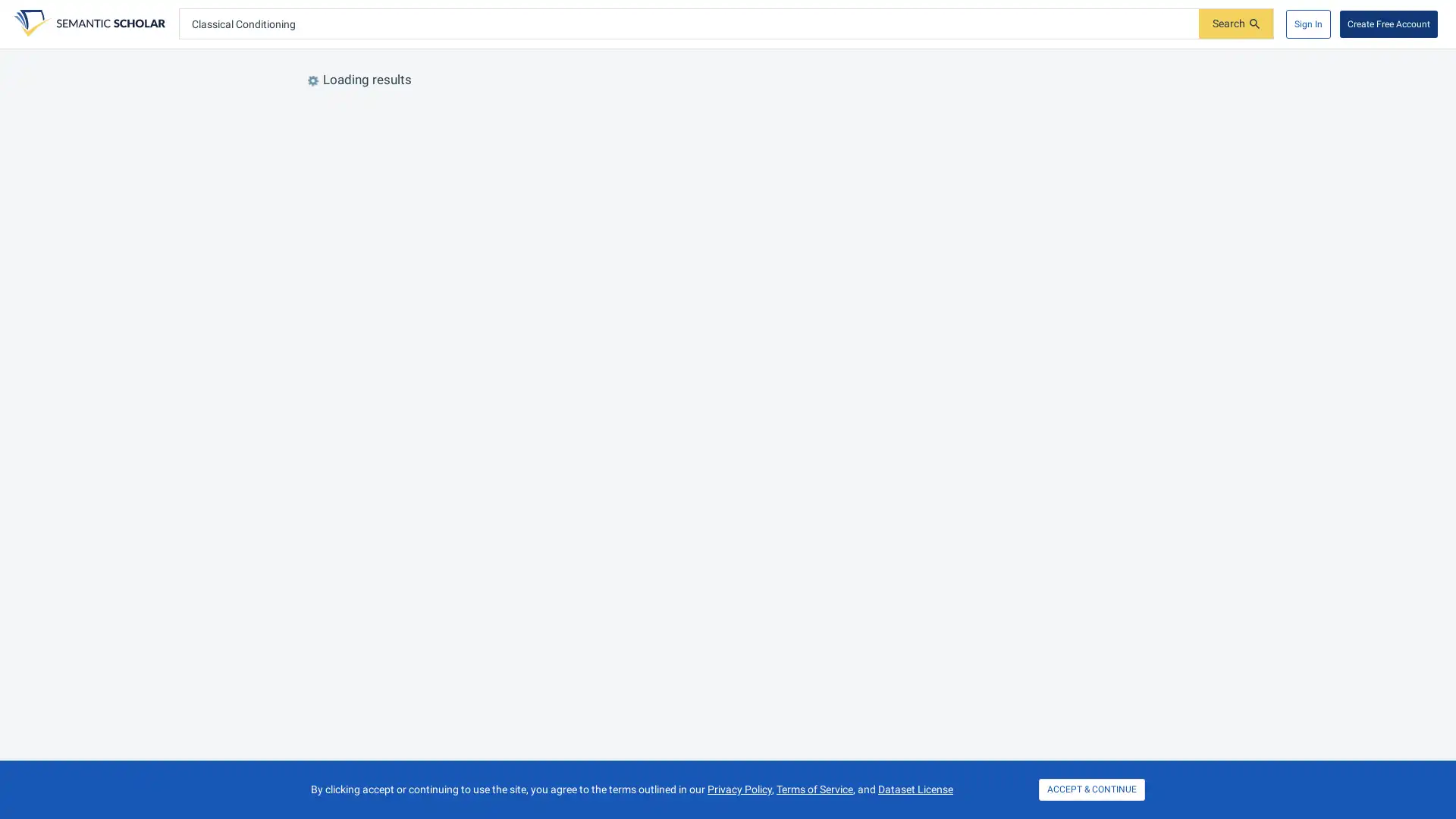 This screenshot has width=1456, height=819. I want to click on Save to Library, so click(494, 415).